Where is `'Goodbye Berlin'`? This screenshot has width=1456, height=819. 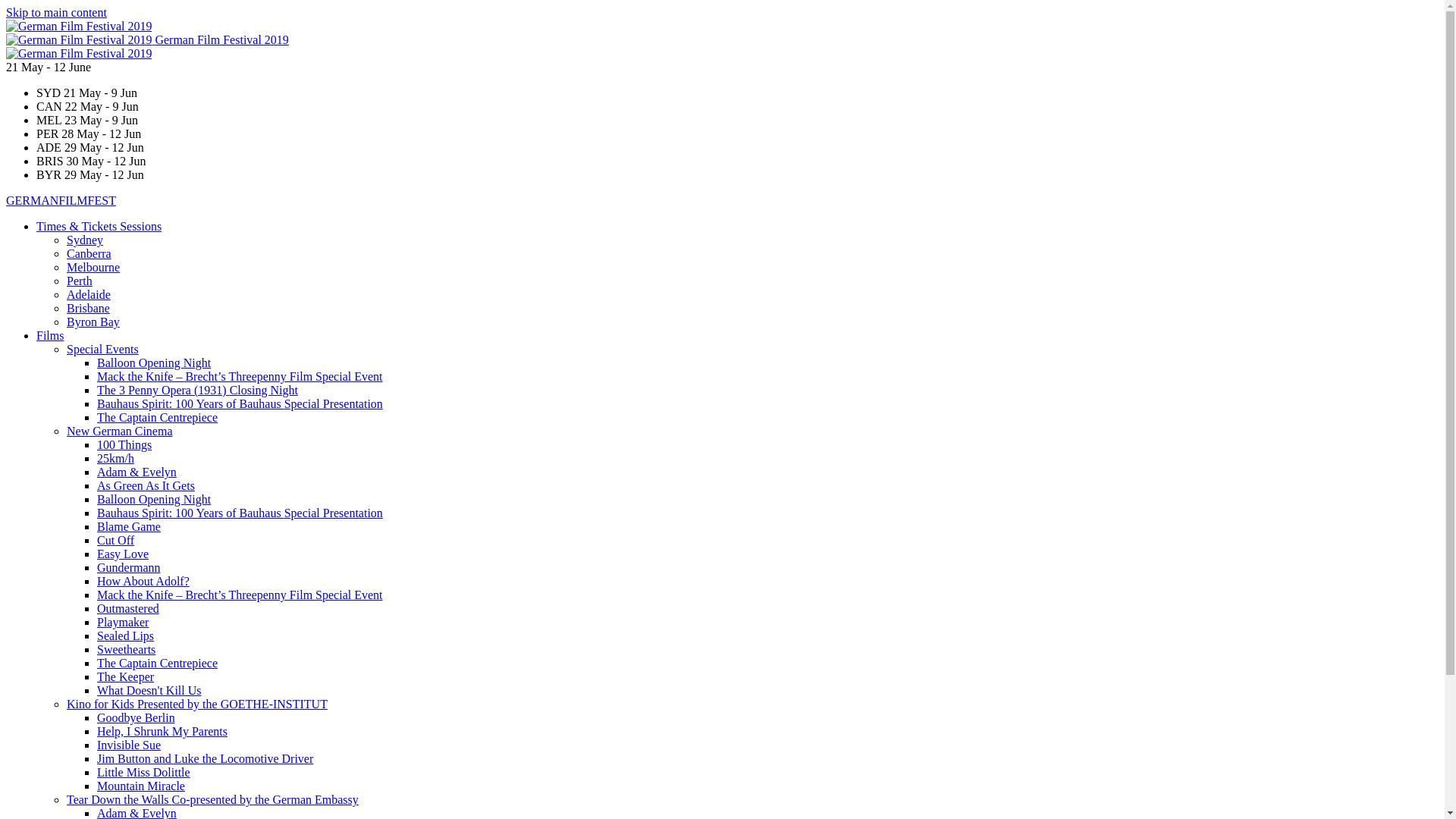 'Goodbye Berlin' is located at coordinates (136, 717).